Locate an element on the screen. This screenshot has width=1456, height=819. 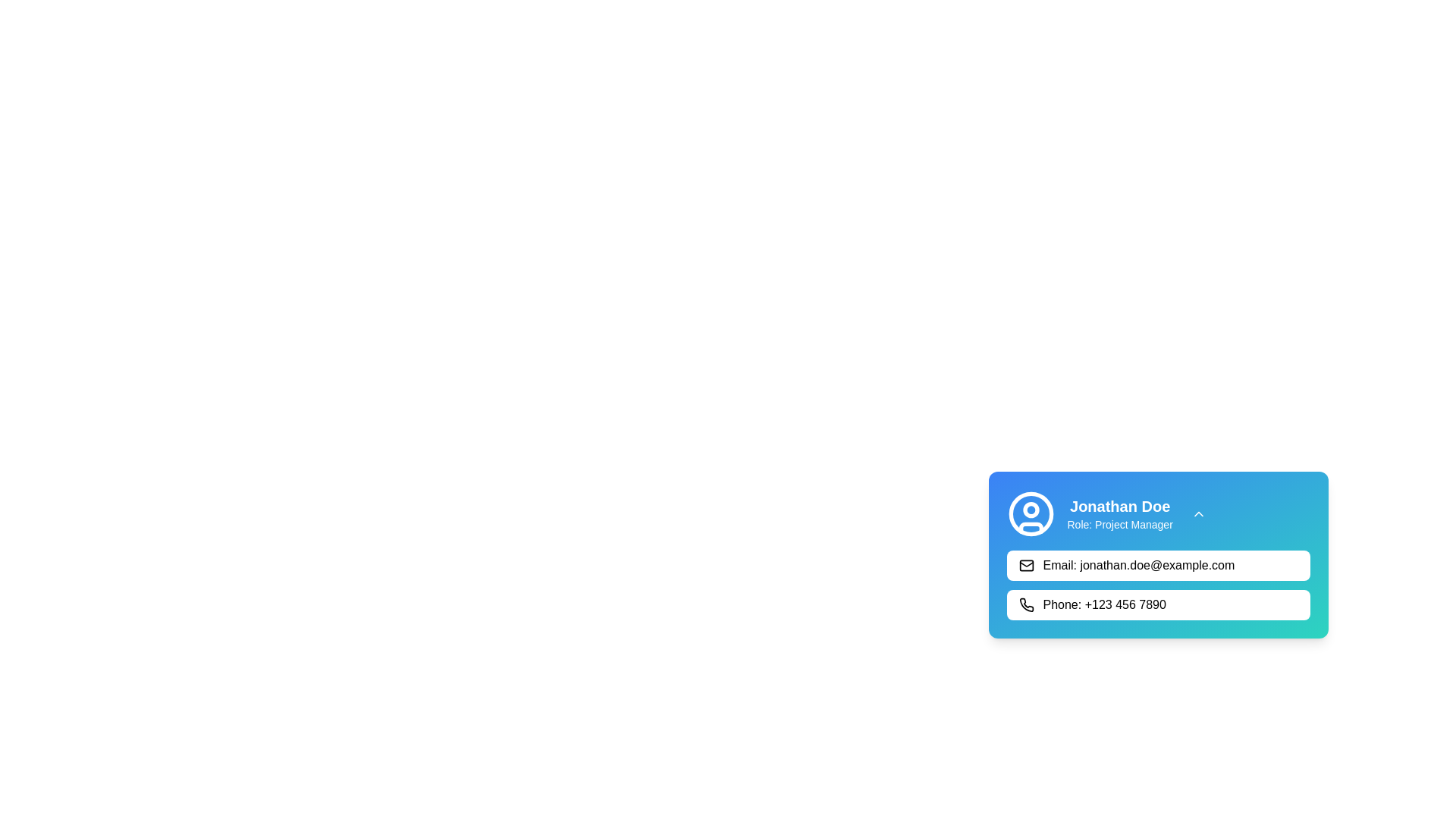
the Dropdown toggle icon located to the right of the user's name and title in the profile card to check for potential feedback is located at coordinates (1197, 513).